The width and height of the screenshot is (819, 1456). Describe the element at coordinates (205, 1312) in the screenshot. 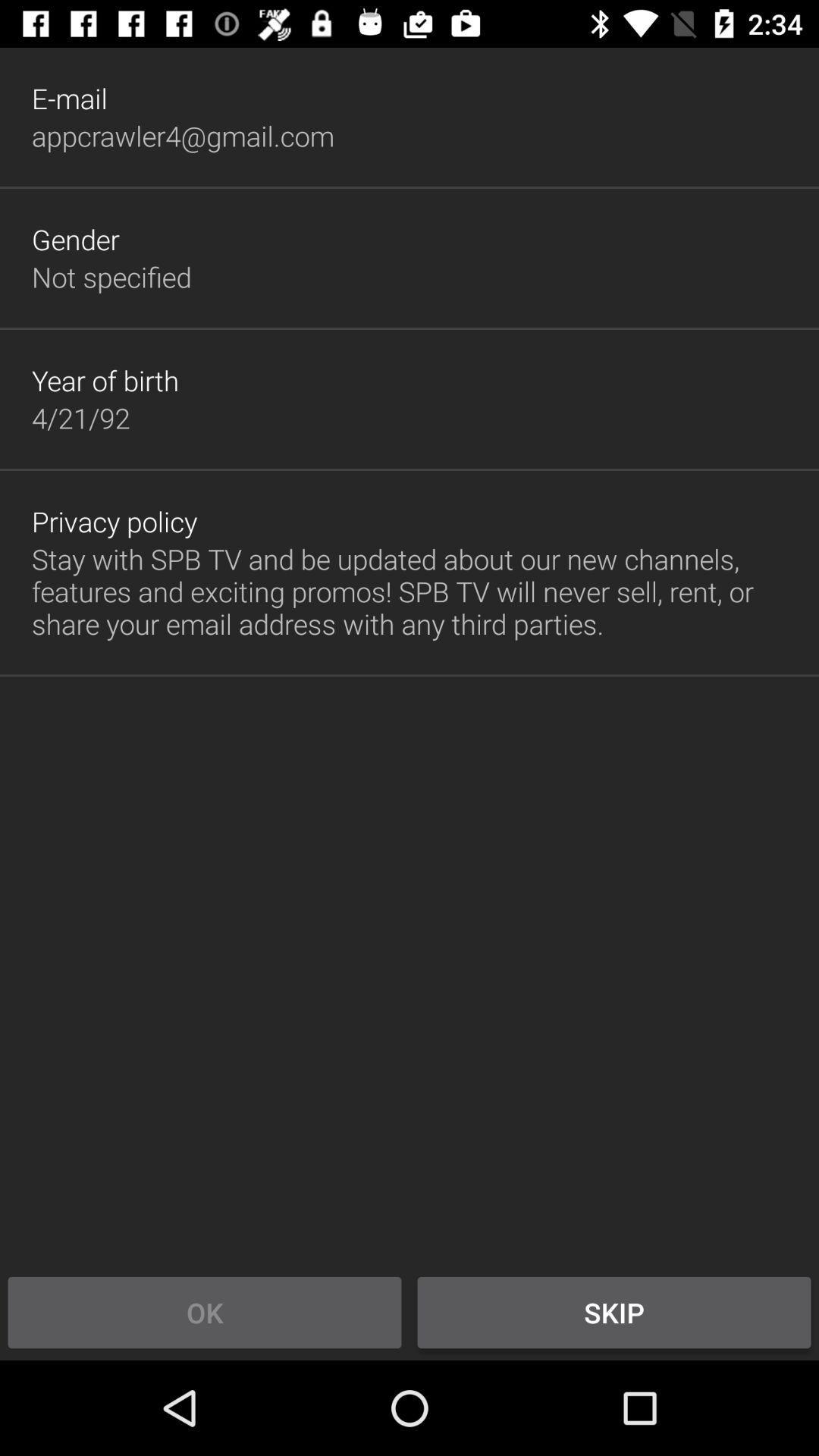

I see `item to the left of skip icon` at that location.